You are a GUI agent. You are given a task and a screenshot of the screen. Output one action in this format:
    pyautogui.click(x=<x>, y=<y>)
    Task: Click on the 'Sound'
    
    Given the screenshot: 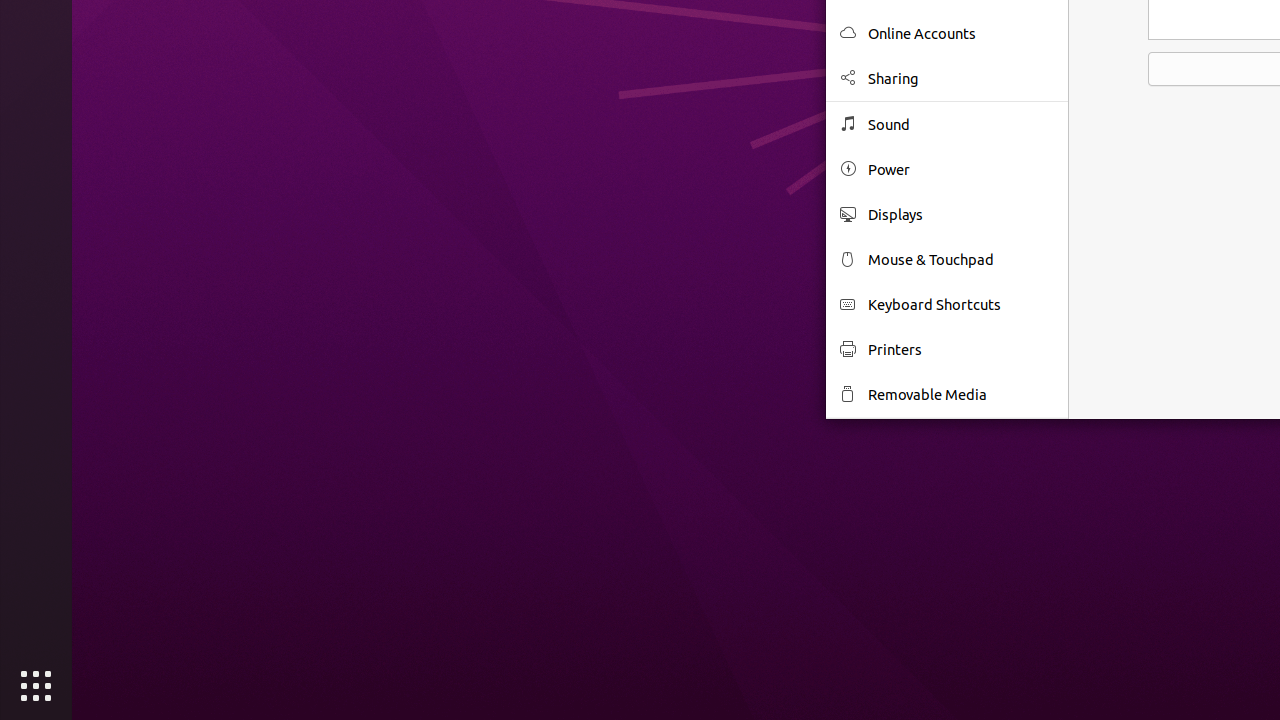 What is the action you would take?
    pyautogui.click(x=961, y=124)
    